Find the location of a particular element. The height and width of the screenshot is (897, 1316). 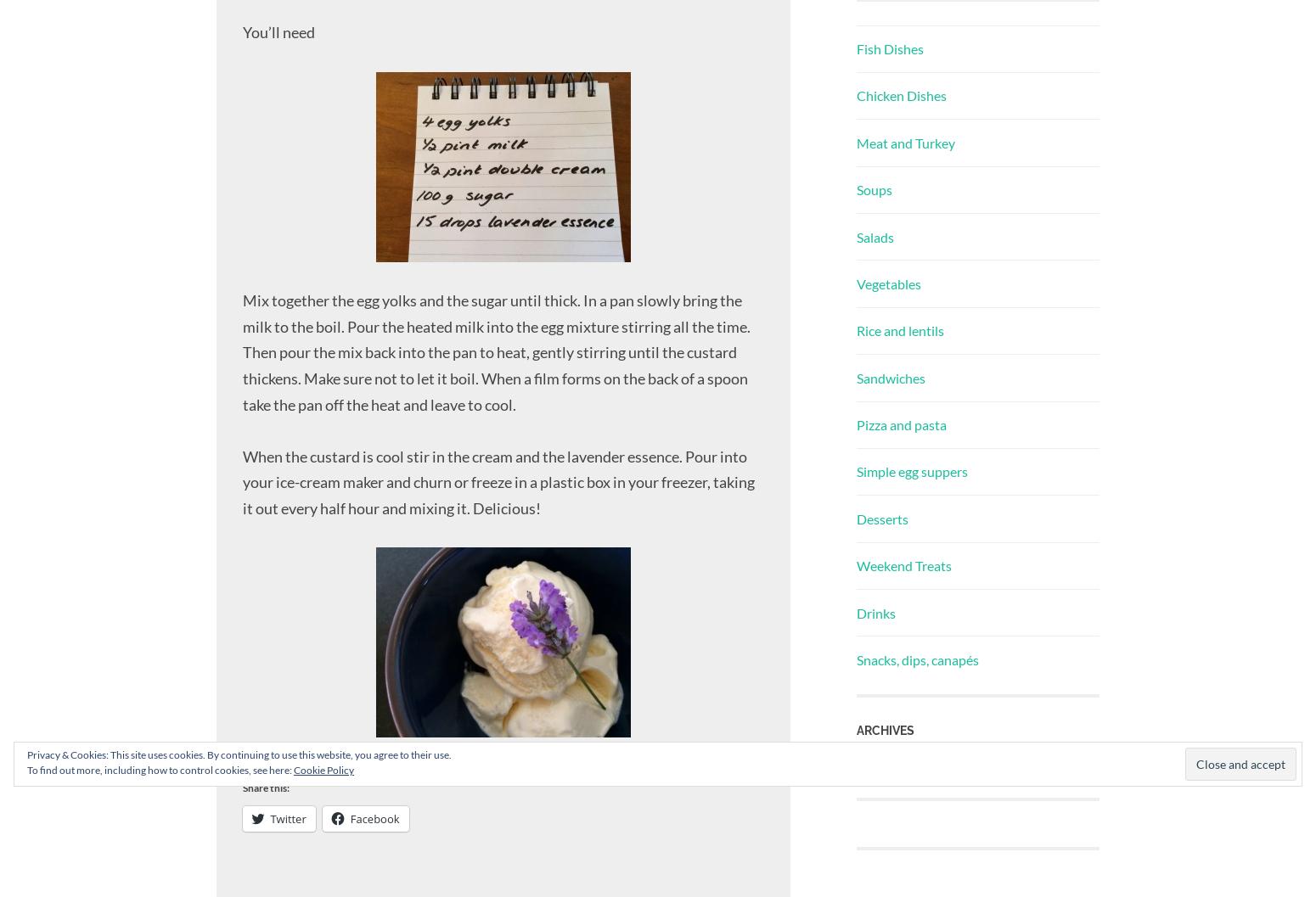

'You’ll need' is located at coordinates (277, 32).